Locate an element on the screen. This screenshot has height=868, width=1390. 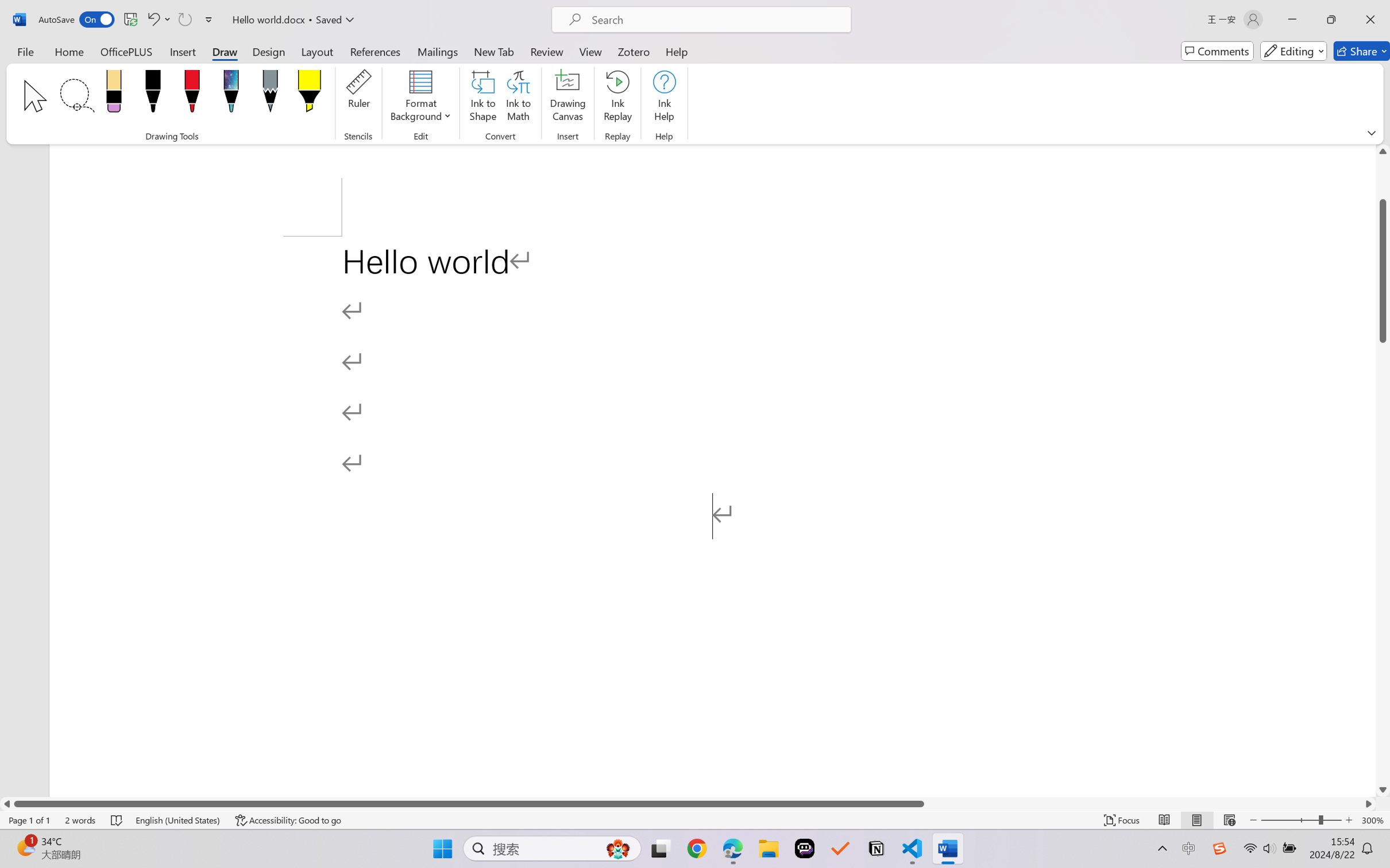
'Customize Quick Access Toolbar' is located at coordinates (208, 19).